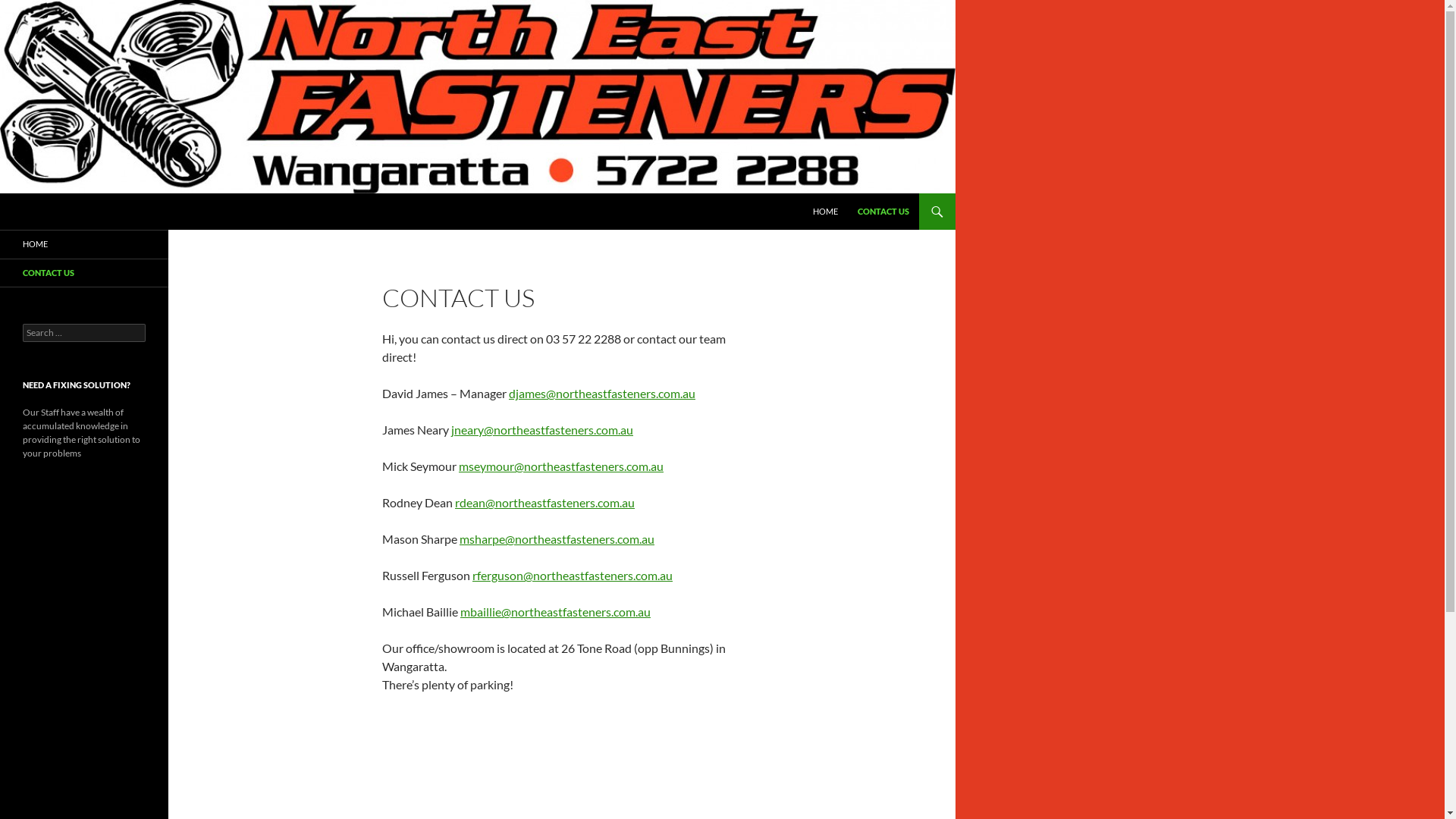 The image size is (1456, 819). Describe the element at coordinates (0, 243) in the screenshot. I see `'HOME'` at that location.